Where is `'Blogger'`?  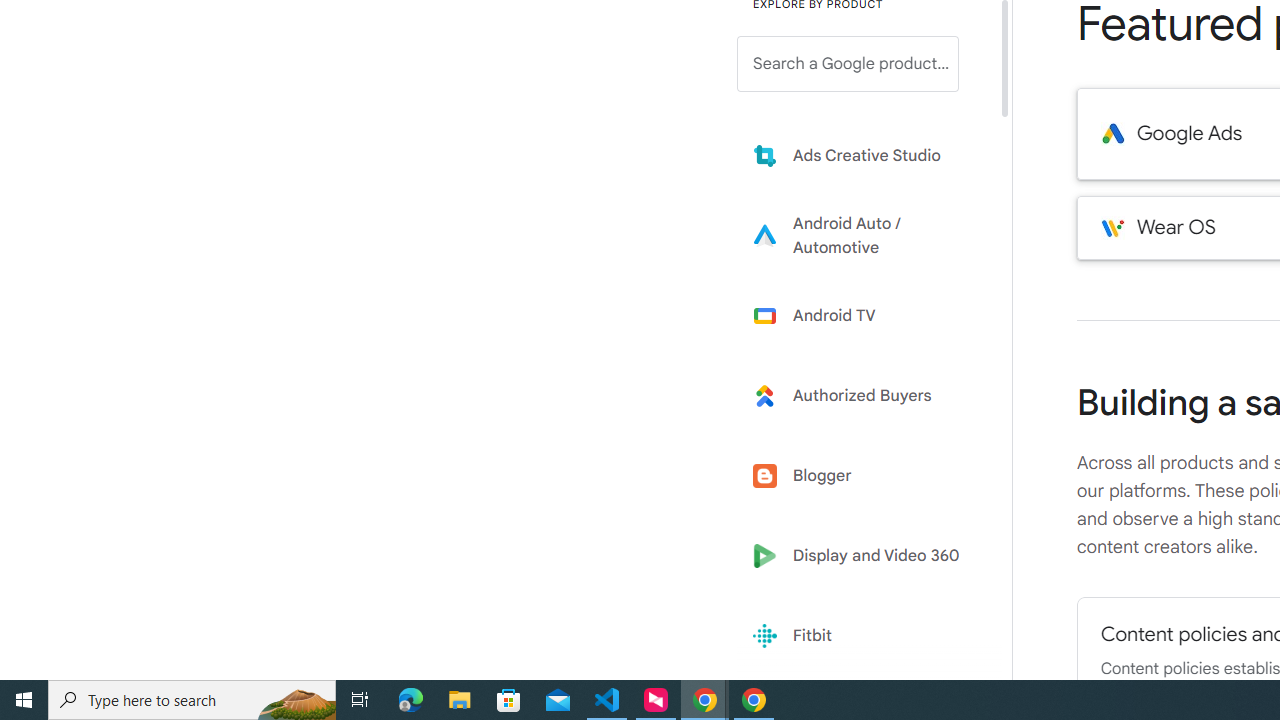
'Blogger' is located at coordinates (862, 476).